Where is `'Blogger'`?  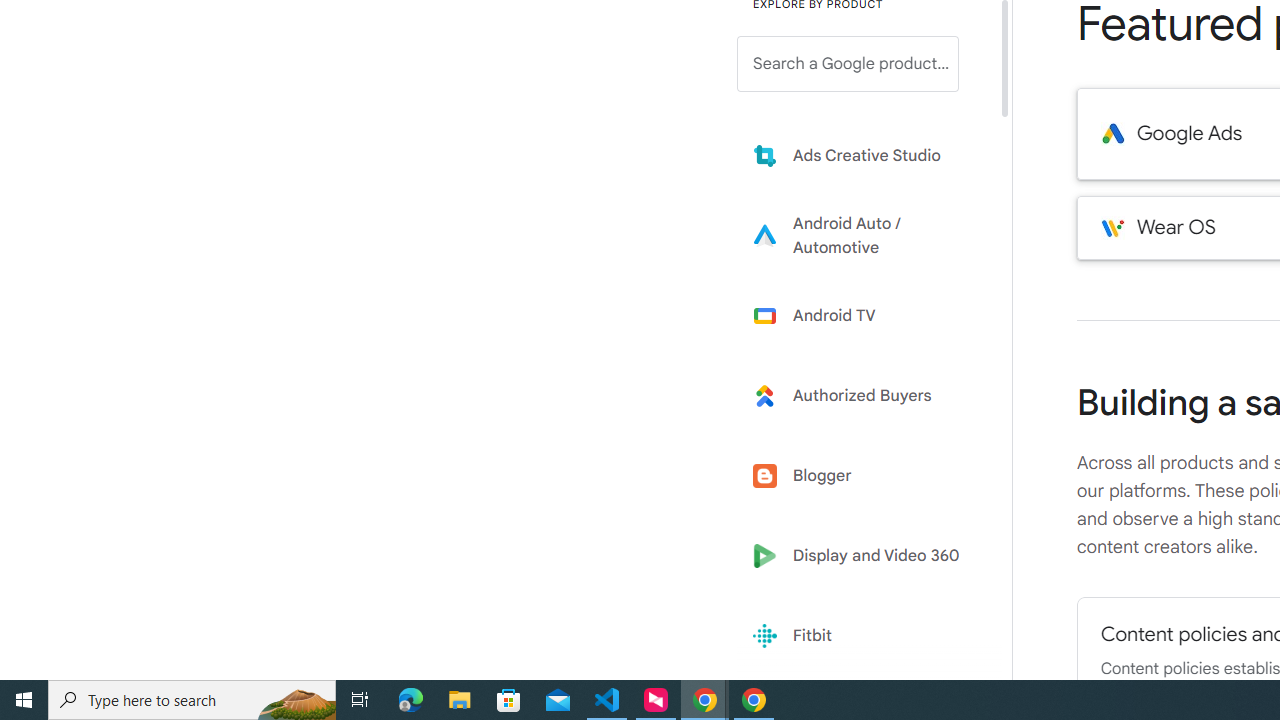
'Blogger' is located at coordinates (862, 476).